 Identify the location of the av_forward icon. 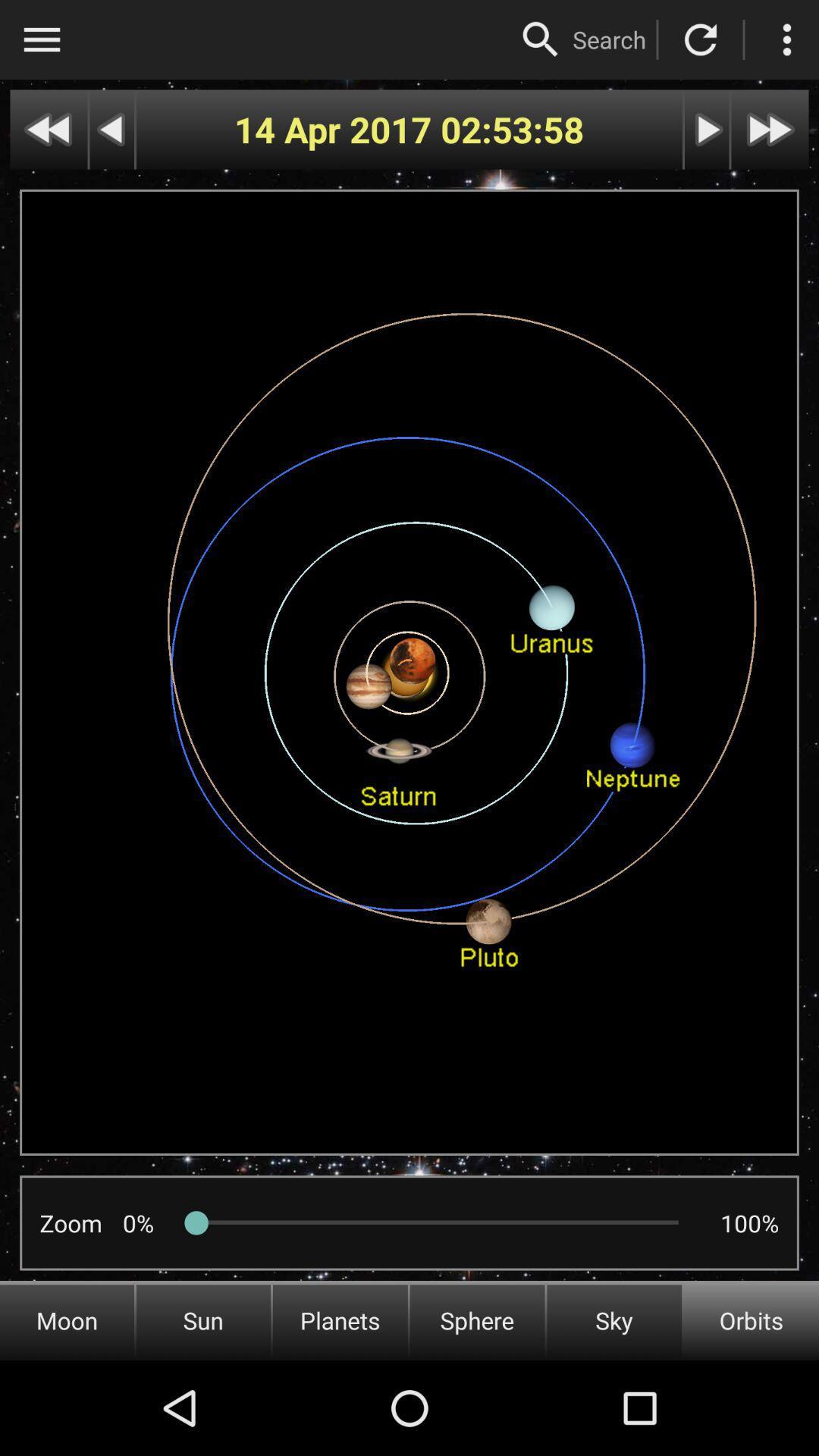
(770, 130).